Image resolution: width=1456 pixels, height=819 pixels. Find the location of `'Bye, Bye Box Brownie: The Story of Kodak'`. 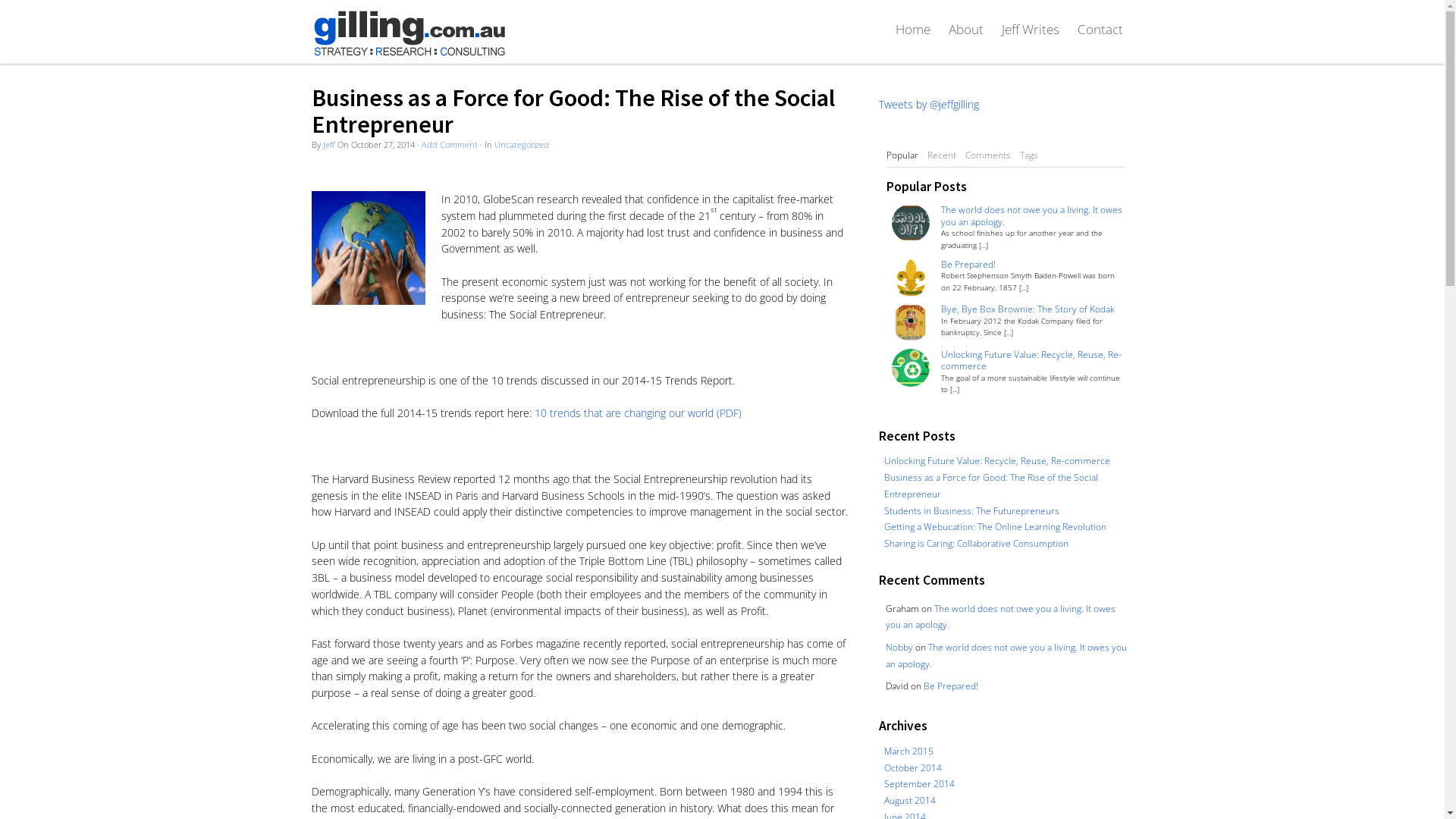

'Bye, Bye Box Brownie: The Story of Kodak' is located at coordinates (940, 308).